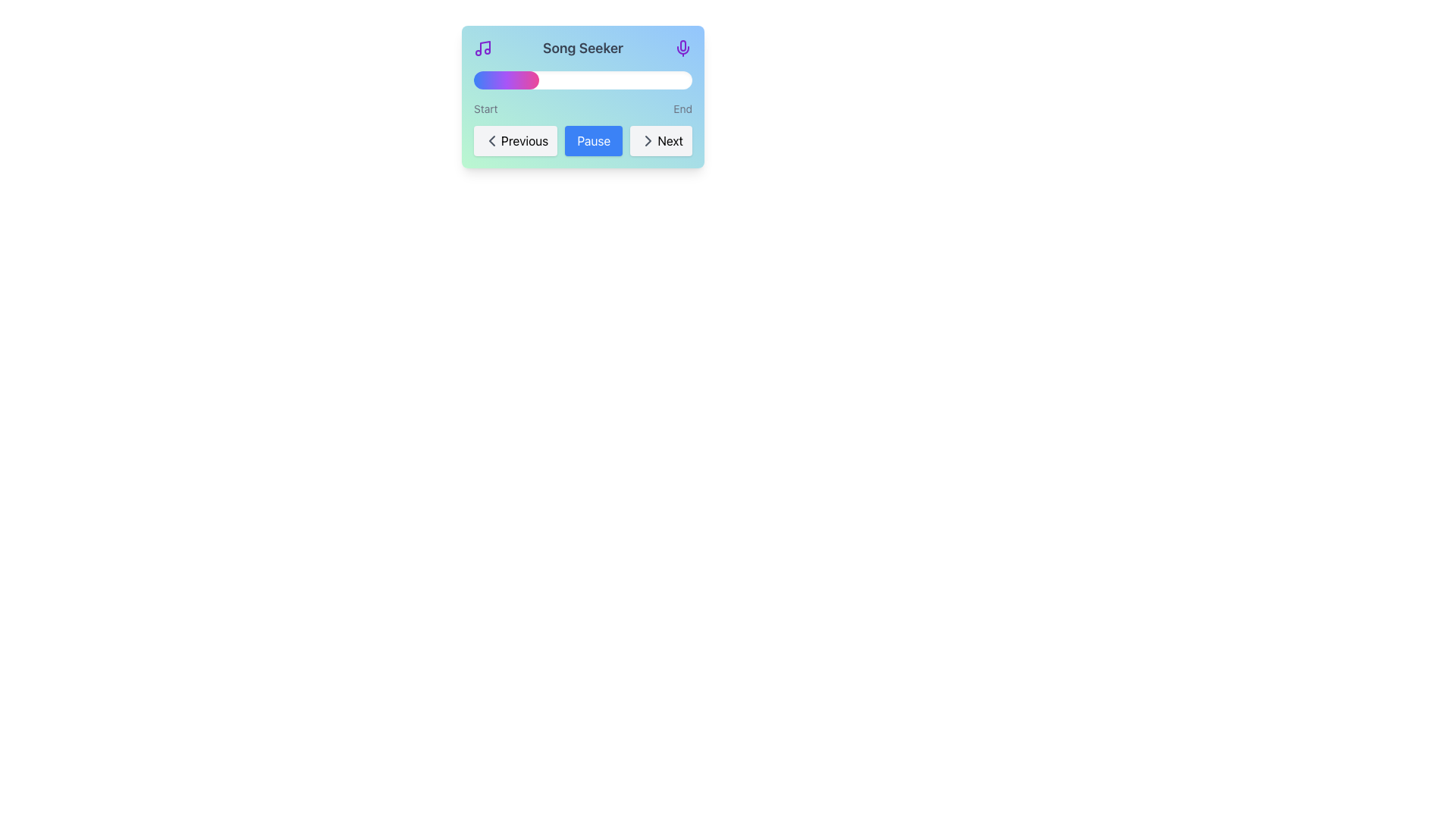 The height and width of the screenshot is (819, 1456). What do you see at coordinates (682, 48) in the screenshot?
I see `the microphone icon, which is styled in purple and outlined, located on the far right side of the header section, aligned with the title 'Song Seeker'` at bounding box center [682, 48].